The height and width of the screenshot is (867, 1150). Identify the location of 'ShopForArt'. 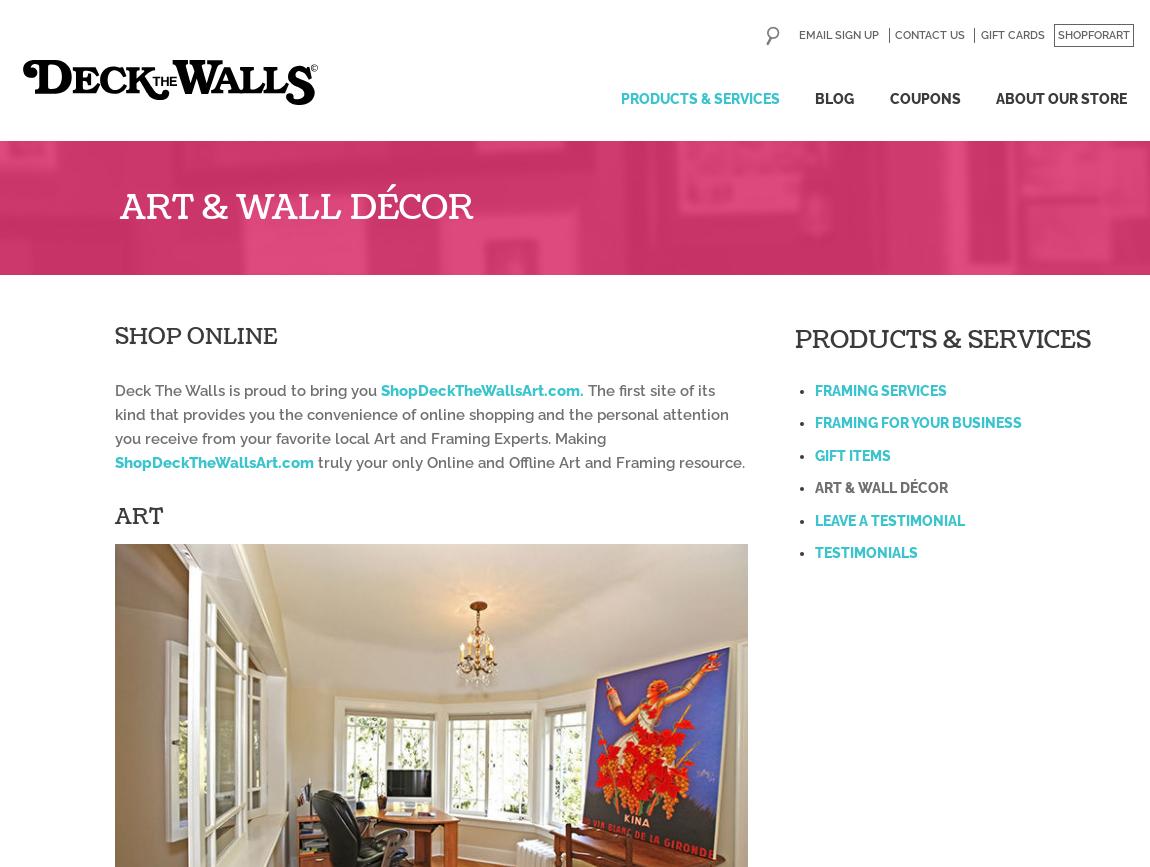
(1093, 35).